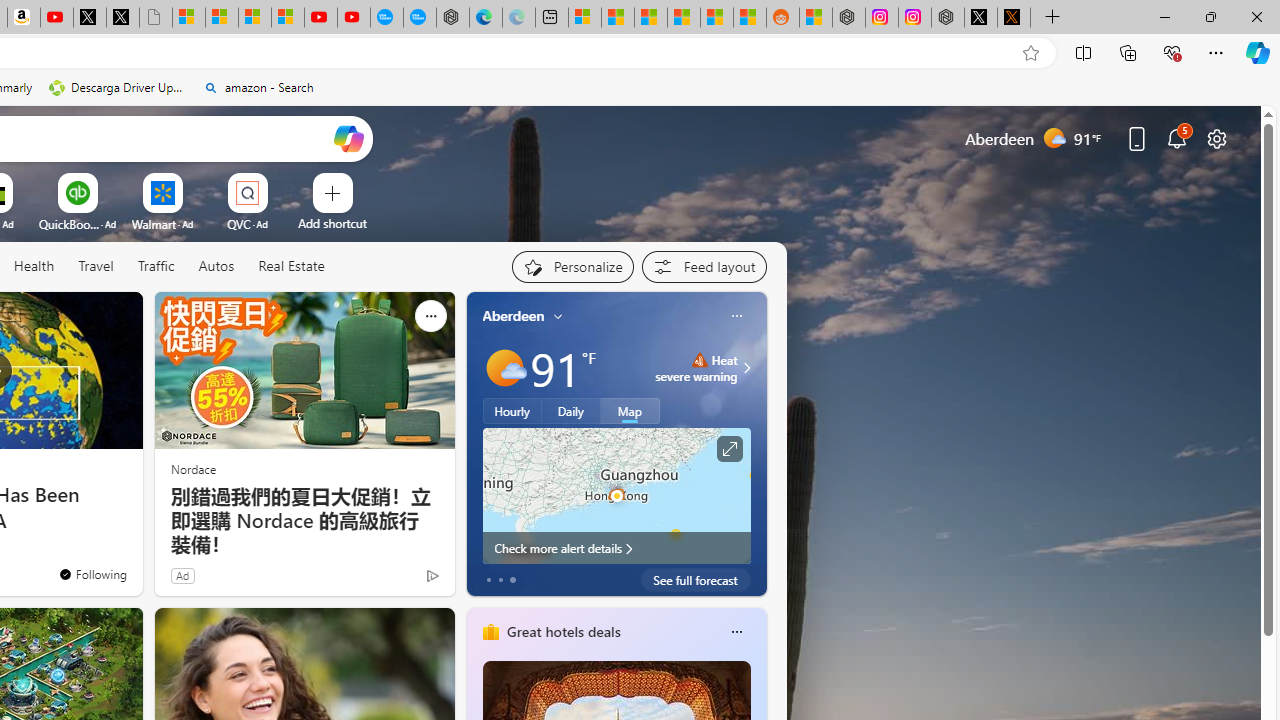 The image size is (1280, 720). What do you see at coordinates (353, 17) in the screenshot?
I see `'YouTube Kids - An App Created for Kids to Explore Content'` at bounding box center [353, 17].